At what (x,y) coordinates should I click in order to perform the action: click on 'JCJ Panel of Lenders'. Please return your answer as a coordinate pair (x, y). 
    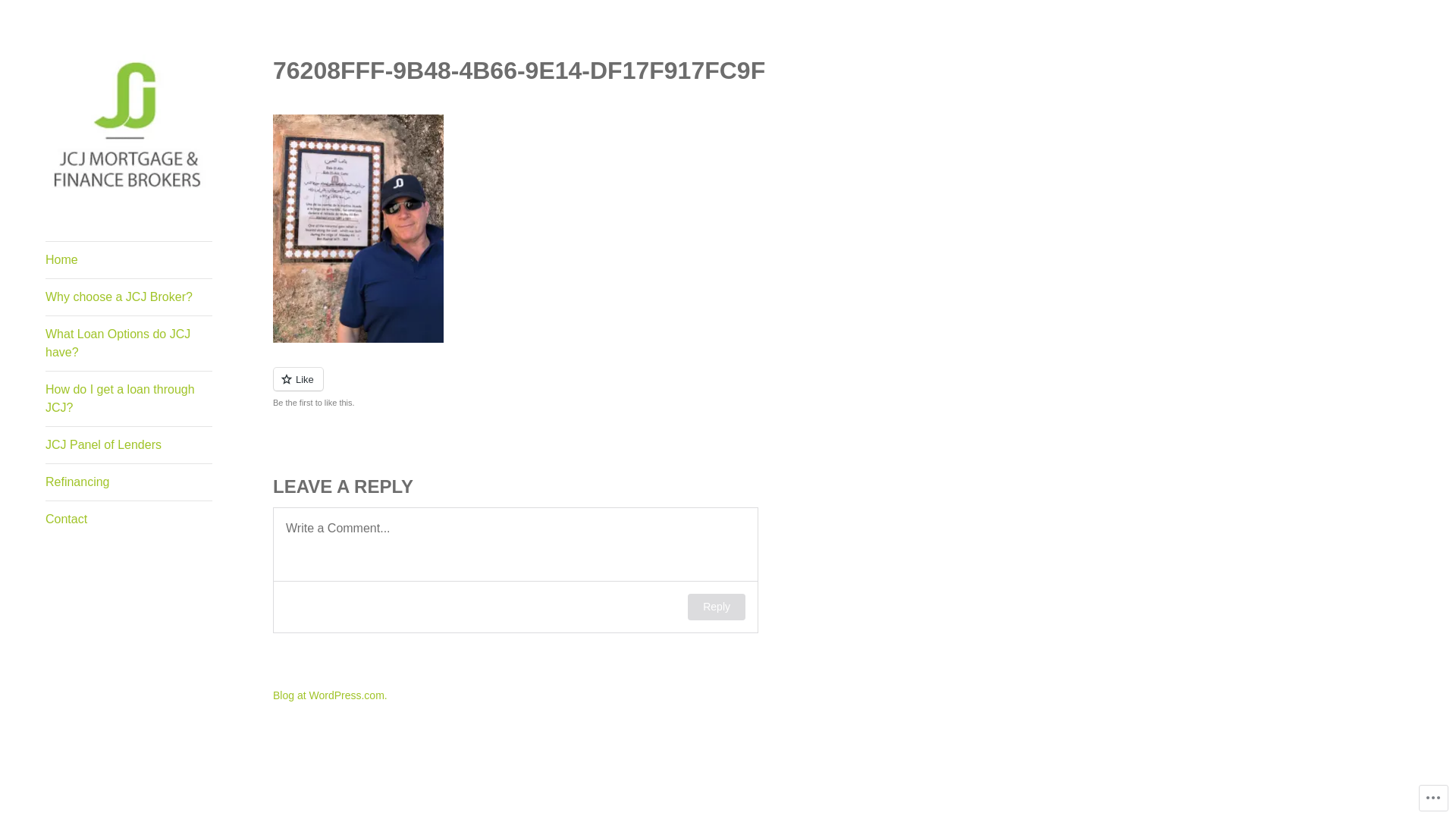
    Looking at the image, I should click on (128, 444).